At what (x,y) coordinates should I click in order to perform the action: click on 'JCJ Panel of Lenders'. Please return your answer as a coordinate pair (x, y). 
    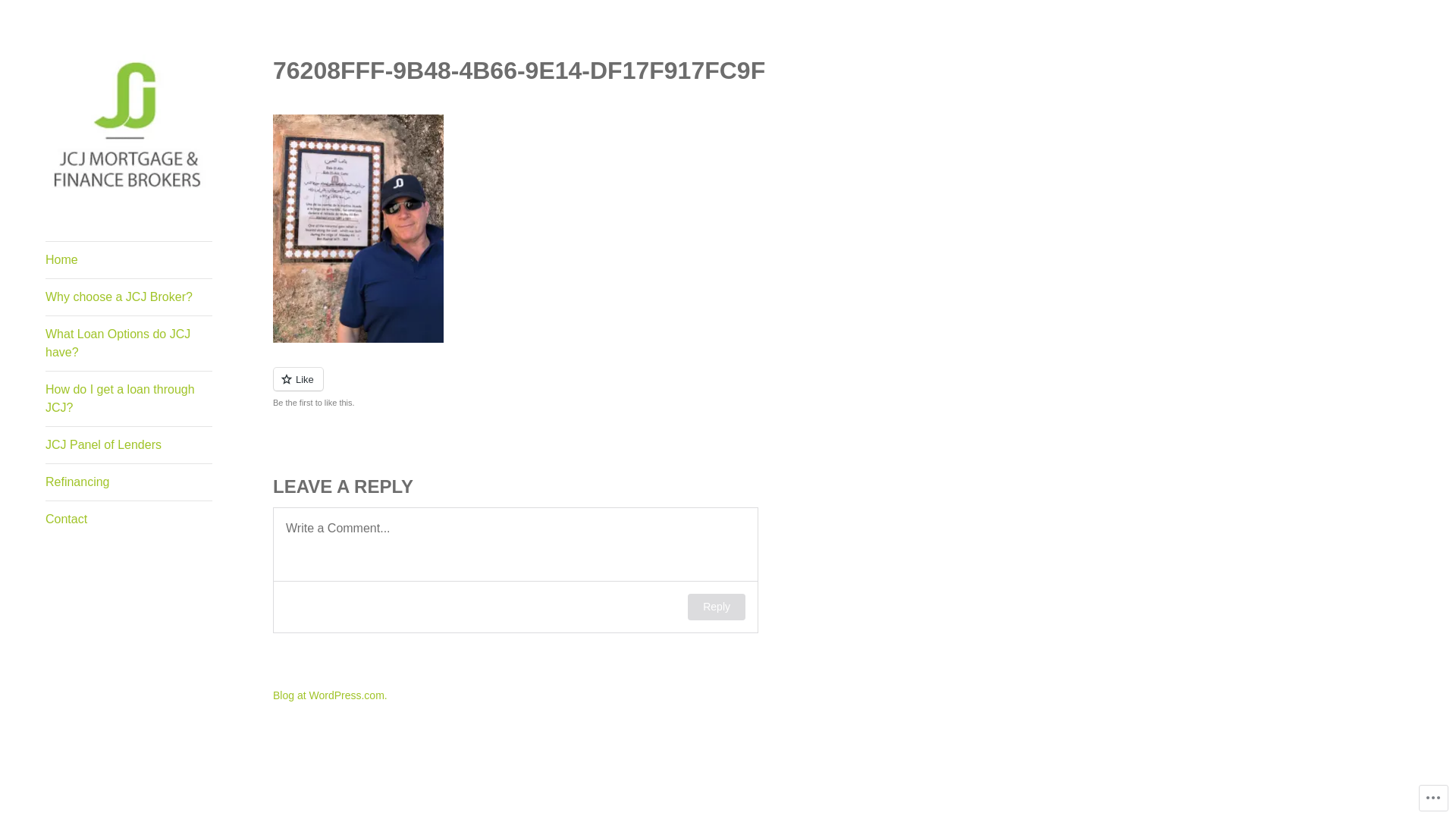
    Looking at the image, I should click on (128, 444).